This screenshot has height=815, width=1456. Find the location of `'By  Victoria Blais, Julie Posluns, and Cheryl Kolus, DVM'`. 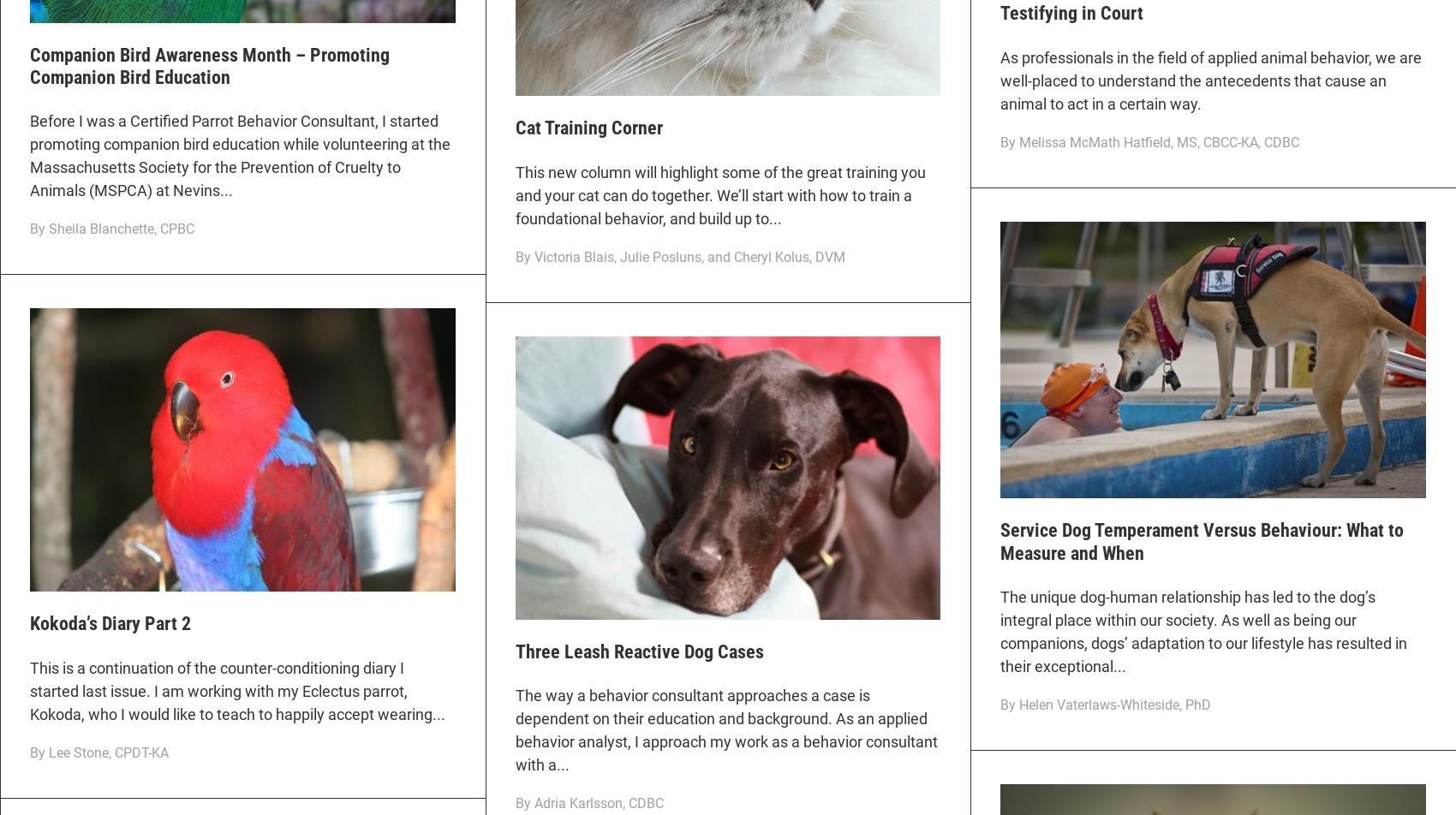

'By  Victoria Blais, Julie Posluns, and Cheryl Kolus, DVM' is located at coordinates (678, 256).